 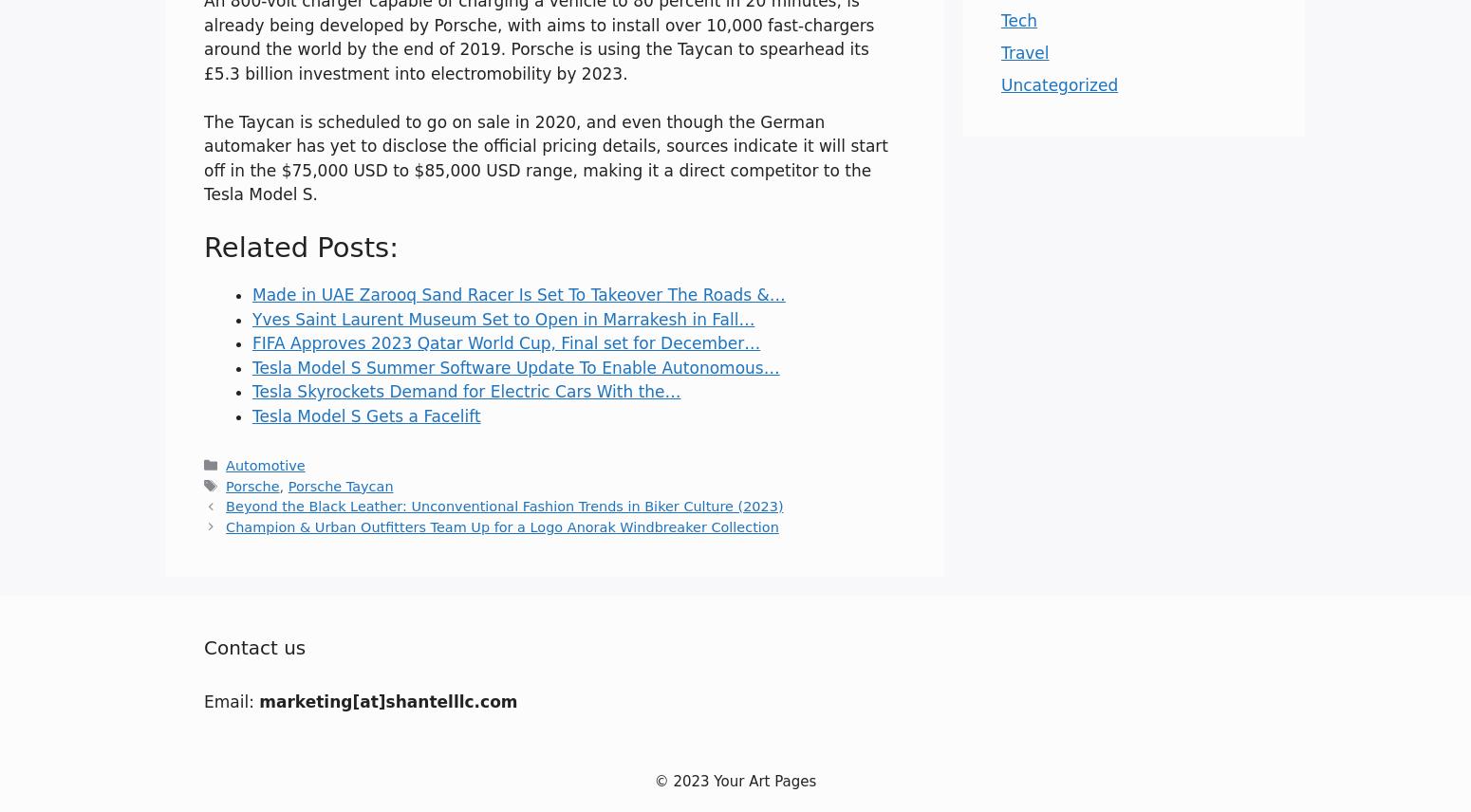 What do you see at coordinates (202, 700) in the screenshot?
I see `'Email:'` at bounding box center [202, 700].